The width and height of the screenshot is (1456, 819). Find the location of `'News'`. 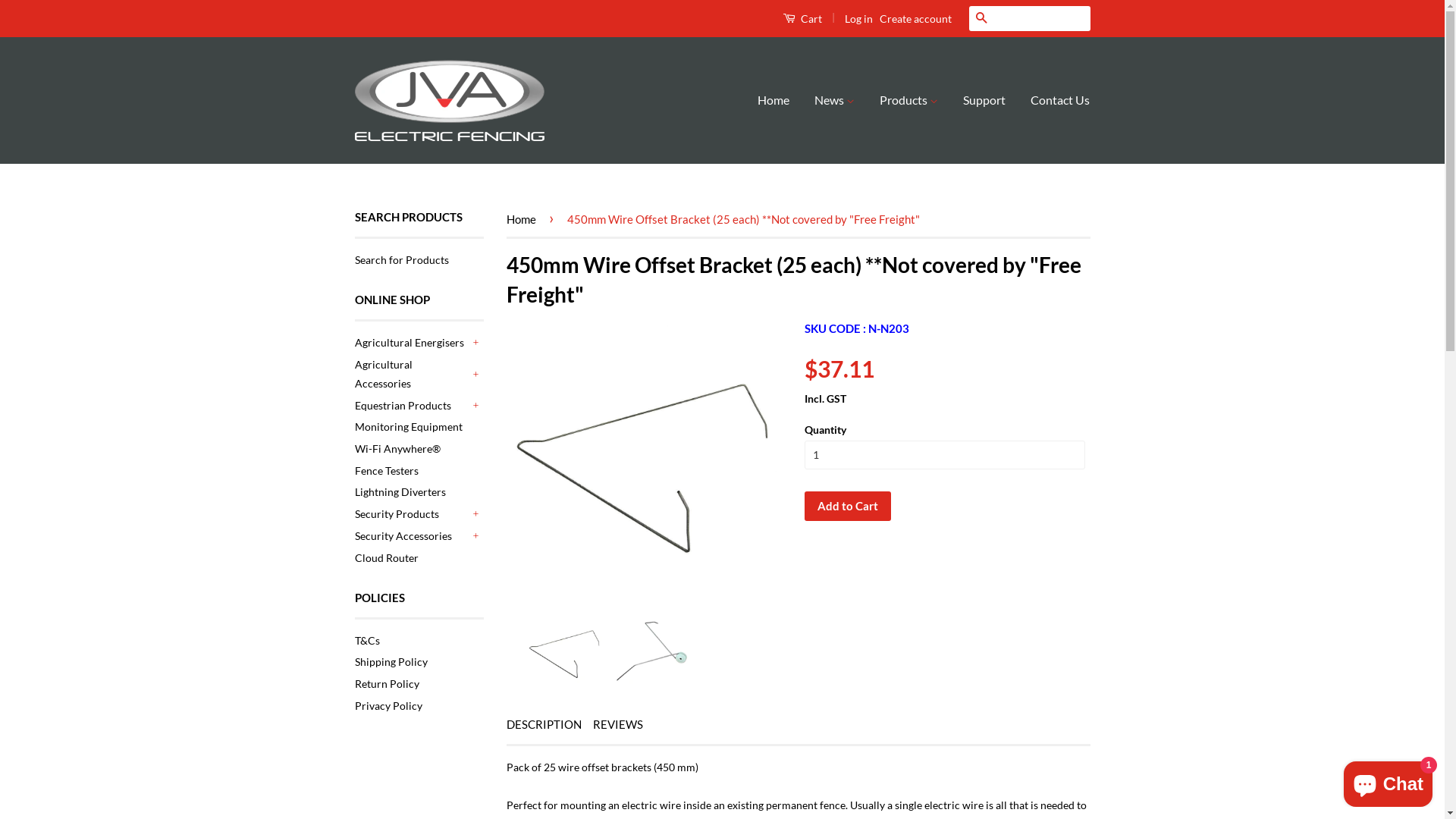

'News' is located at coordinates (833, 100).